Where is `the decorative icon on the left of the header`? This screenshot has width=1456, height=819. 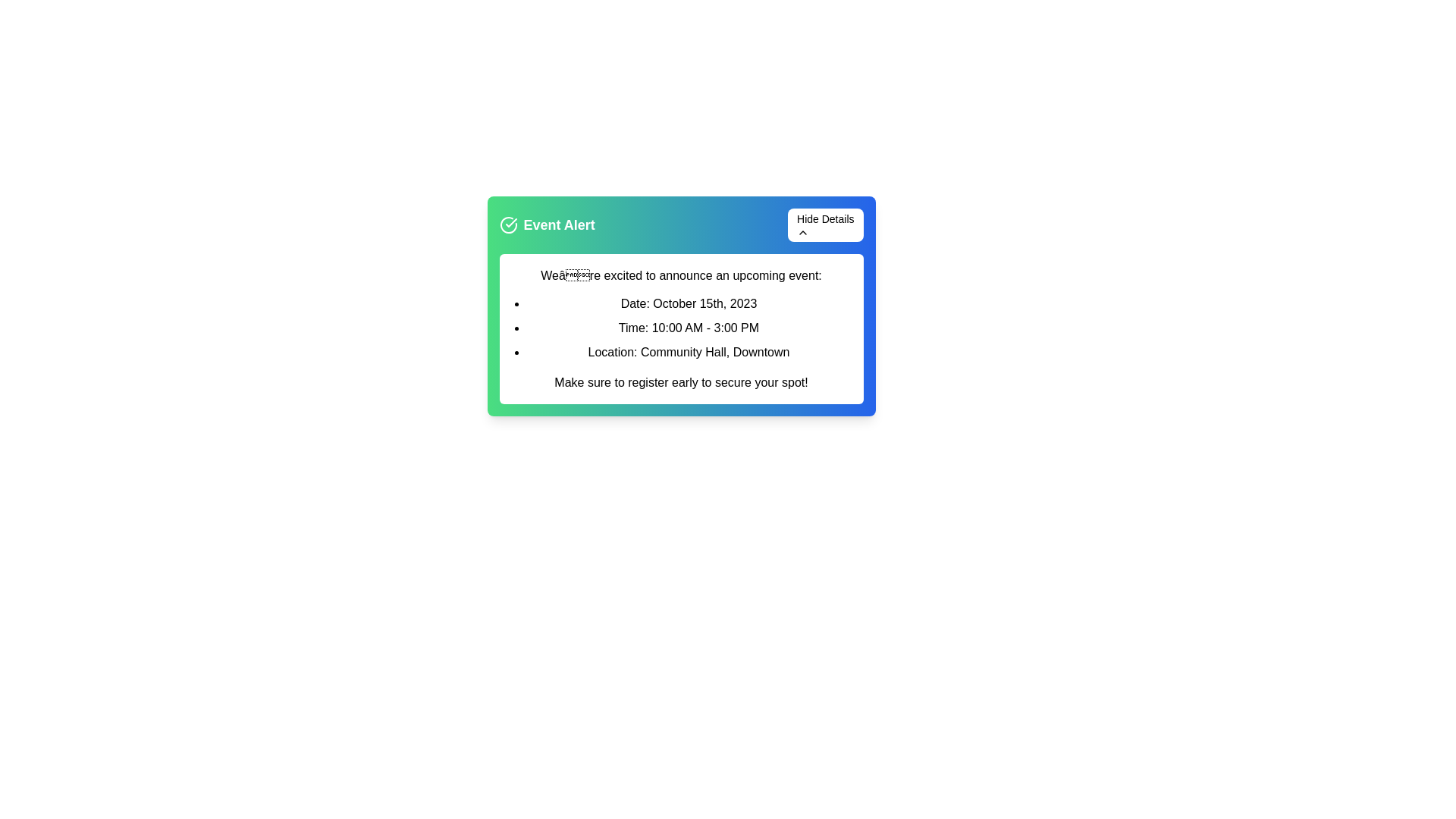 the decorative icon on the left of the header is located at coordinates (508, 225).